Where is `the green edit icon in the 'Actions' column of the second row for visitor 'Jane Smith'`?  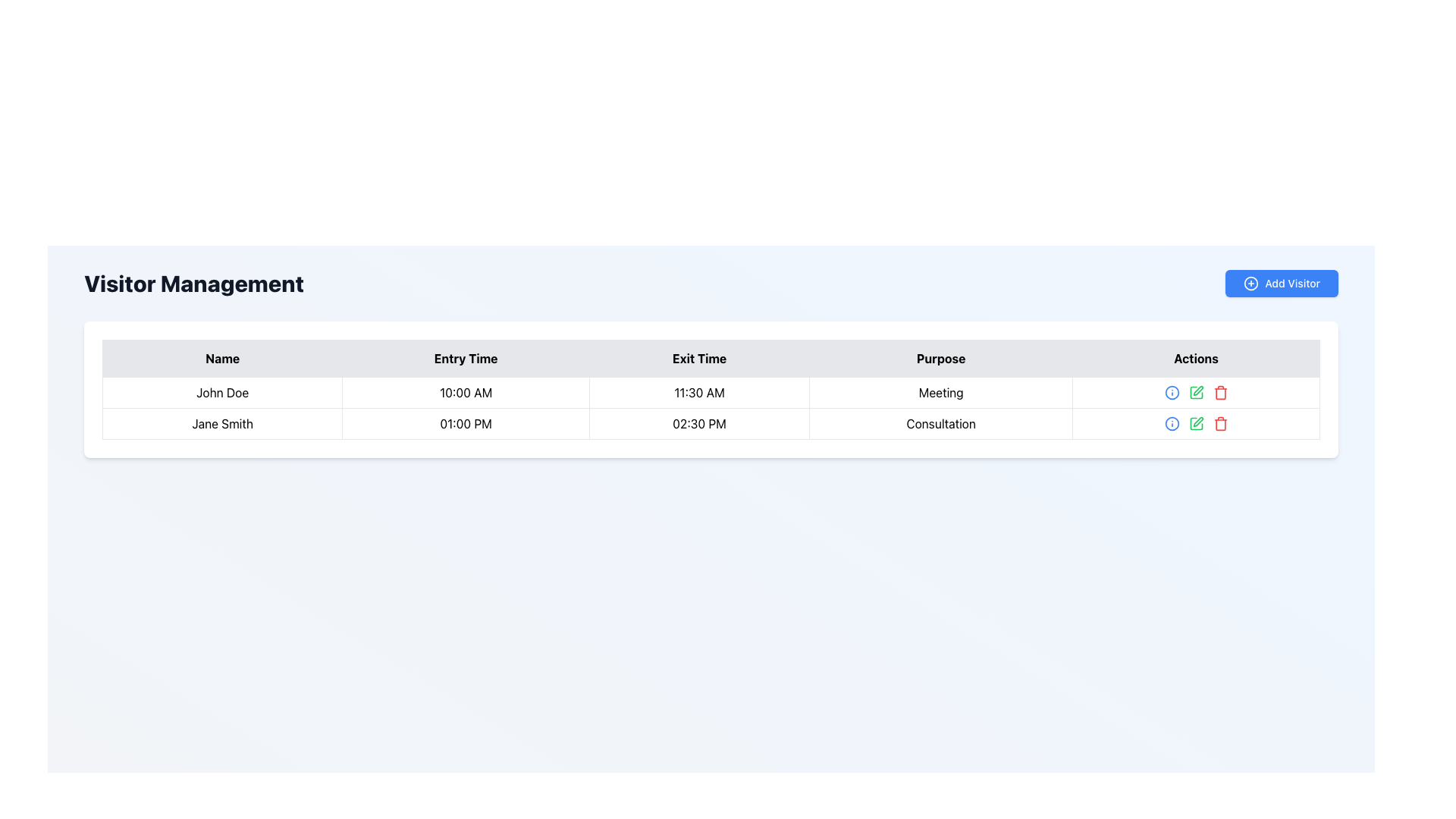
the green edit icon in the 'Actions' column of the second row for visitor 'Jane Smith' is located at coordinates (1197, 422).